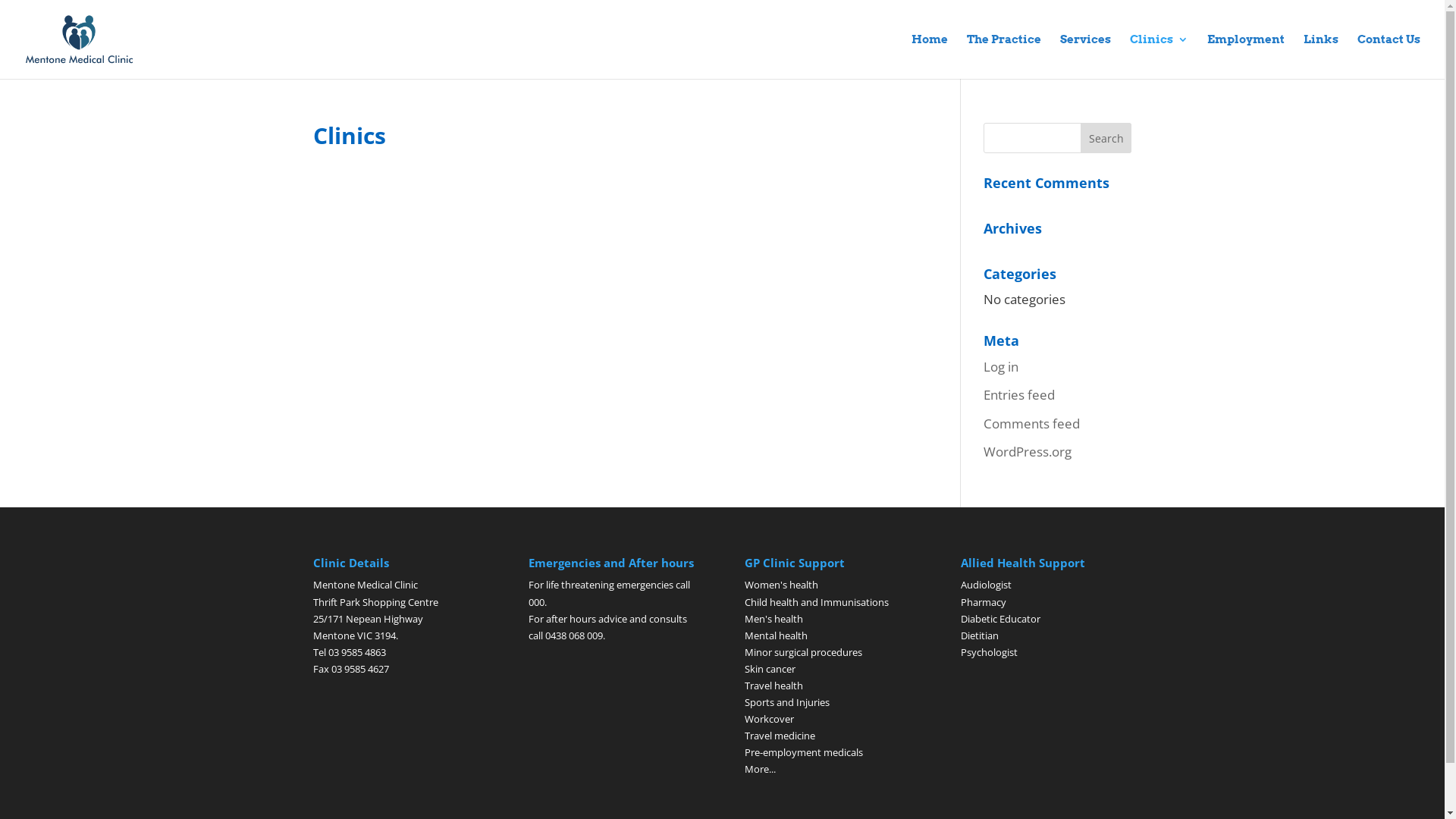 The height and width of the screenshot is (819, 1456). I want to click on 'Services', so click(1084, 55).